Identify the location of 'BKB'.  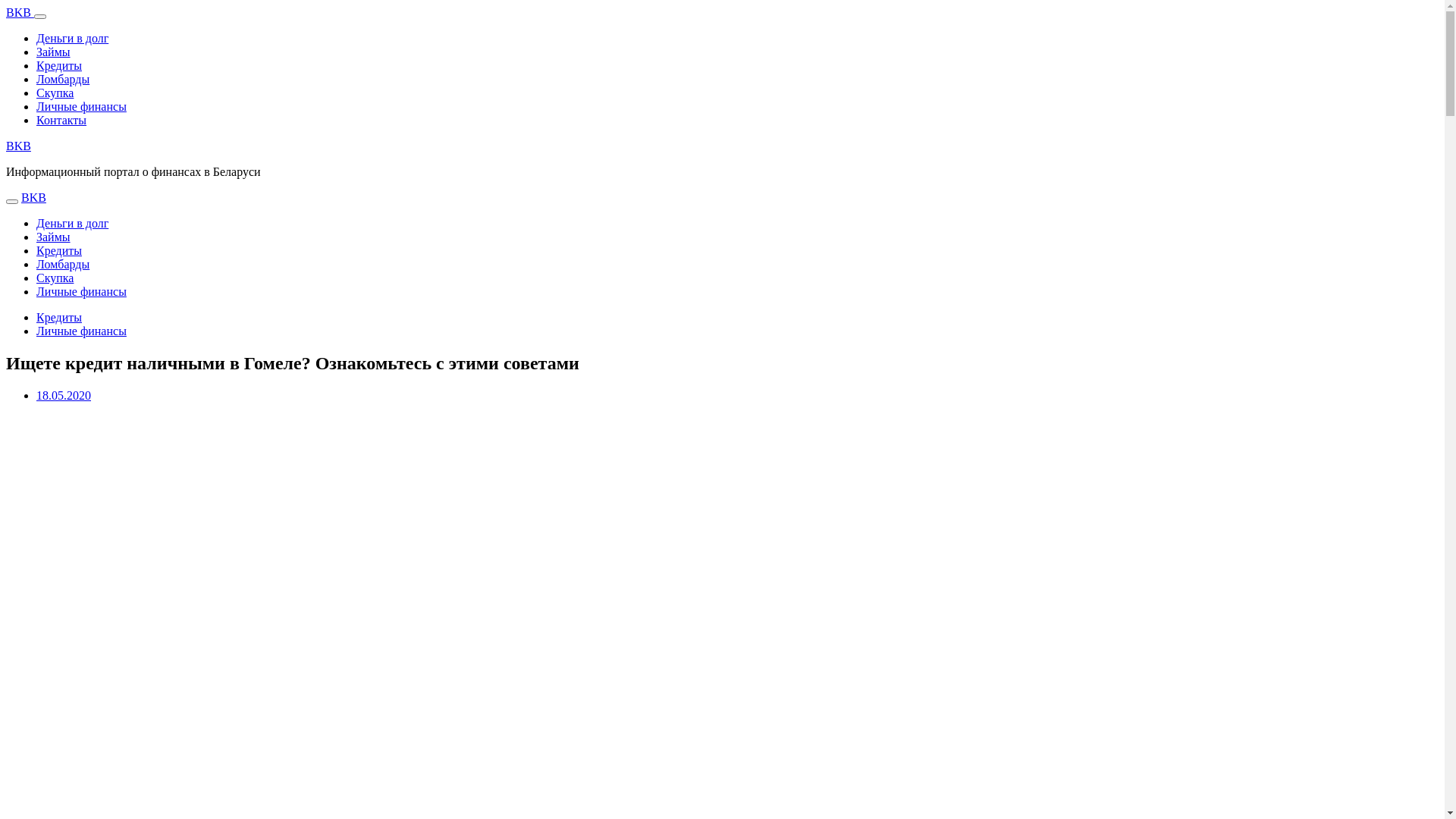
(33, 196).